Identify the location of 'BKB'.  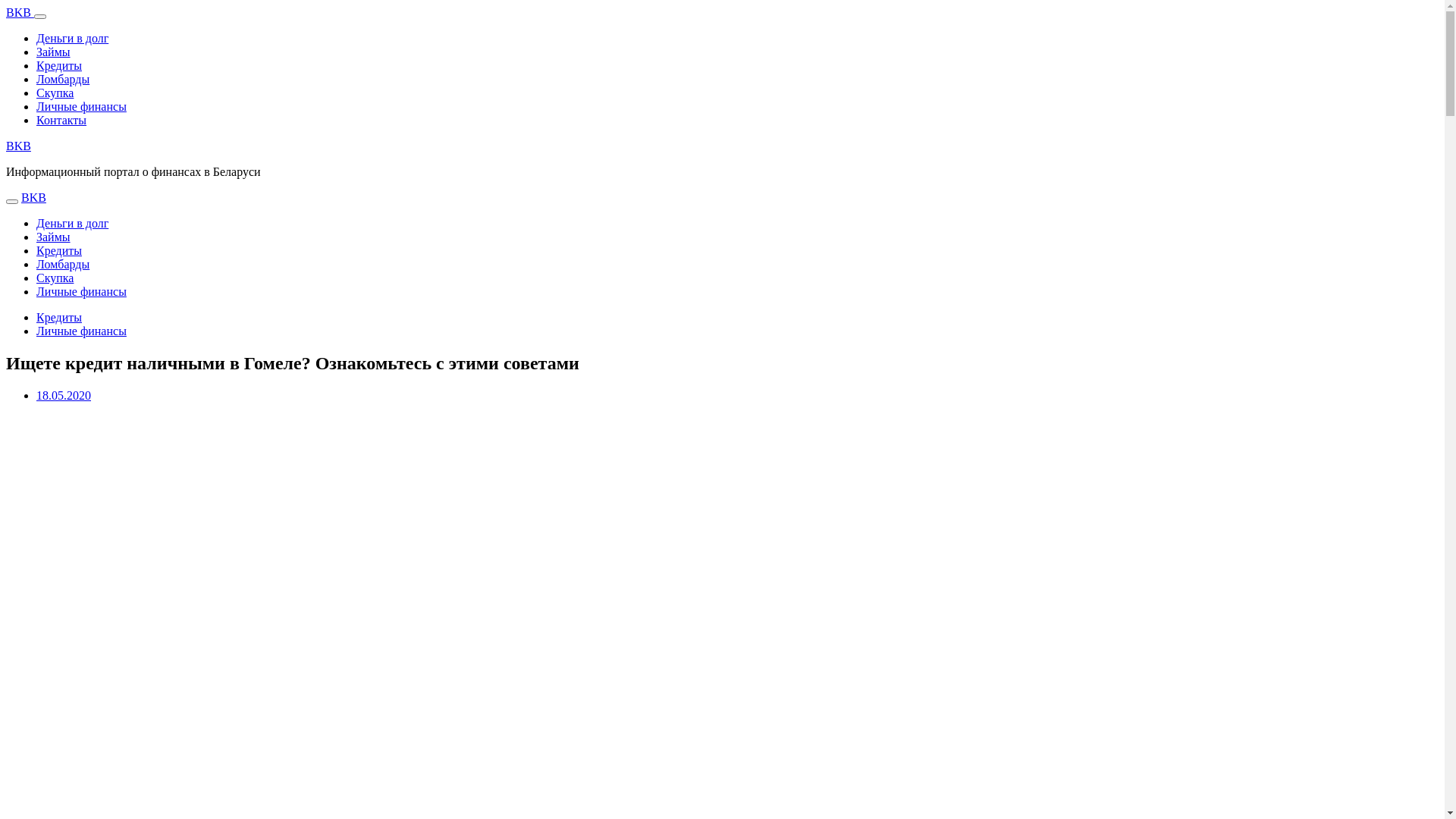
(33, 196).